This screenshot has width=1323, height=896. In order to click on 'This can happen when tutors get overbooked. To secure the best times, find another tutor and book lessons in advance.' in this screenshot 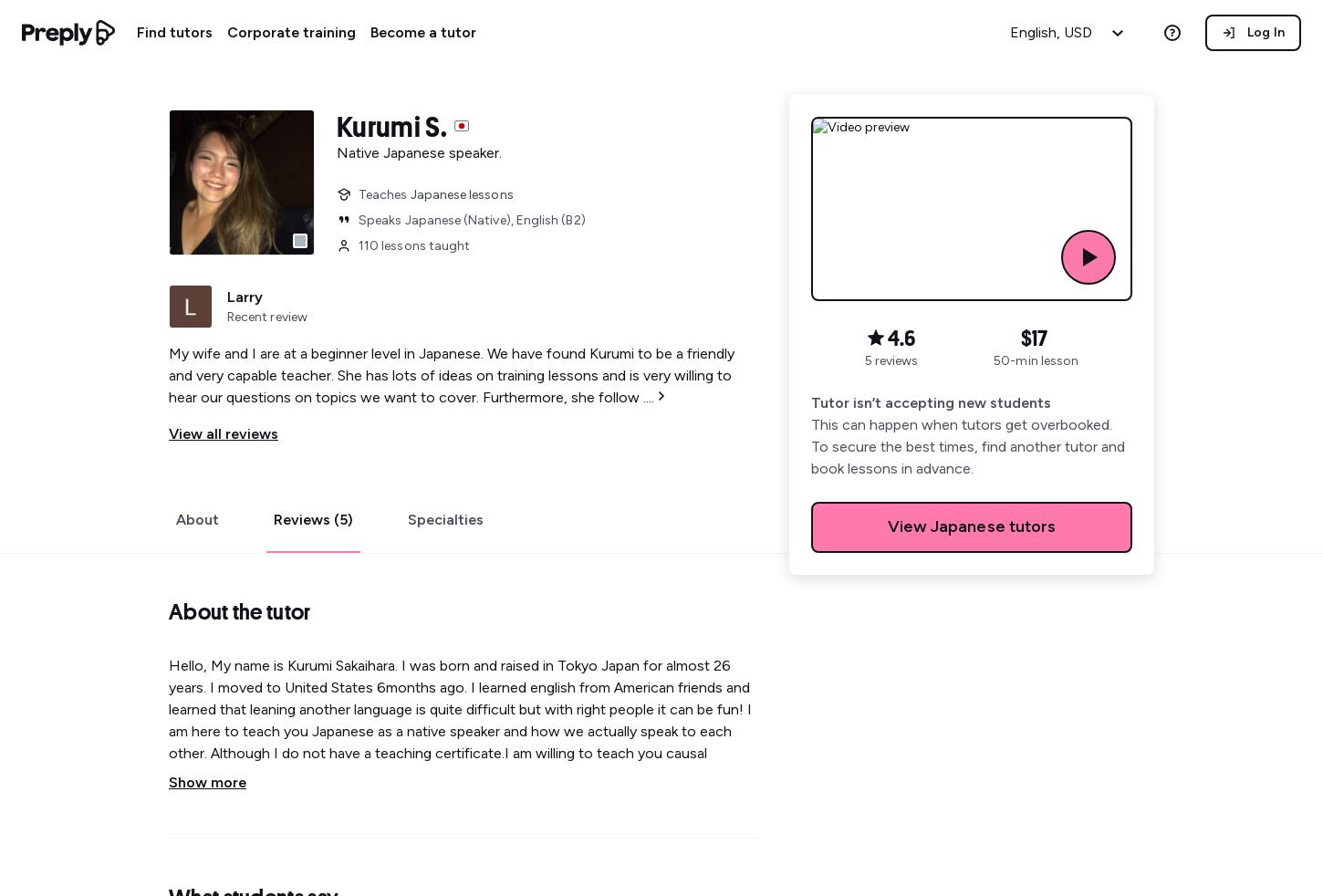, I will do `click(967, 446)`.